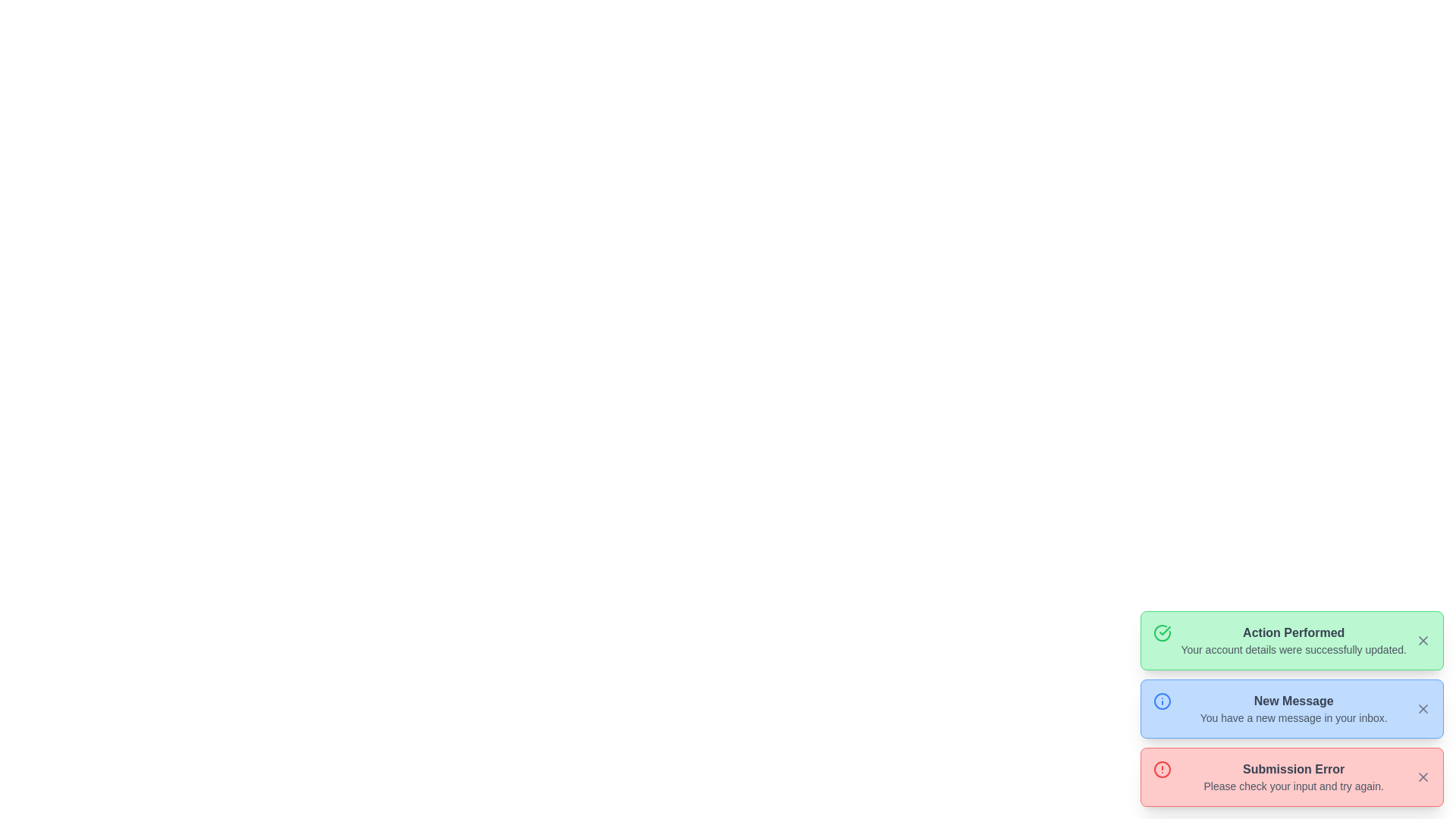 The width and height of the screenshot is (1456, 819). I want to click on circular green icon with a checkmark inside it, located at the top-left of the green notification card labeled 'Action Performed', so click(1162, 632).